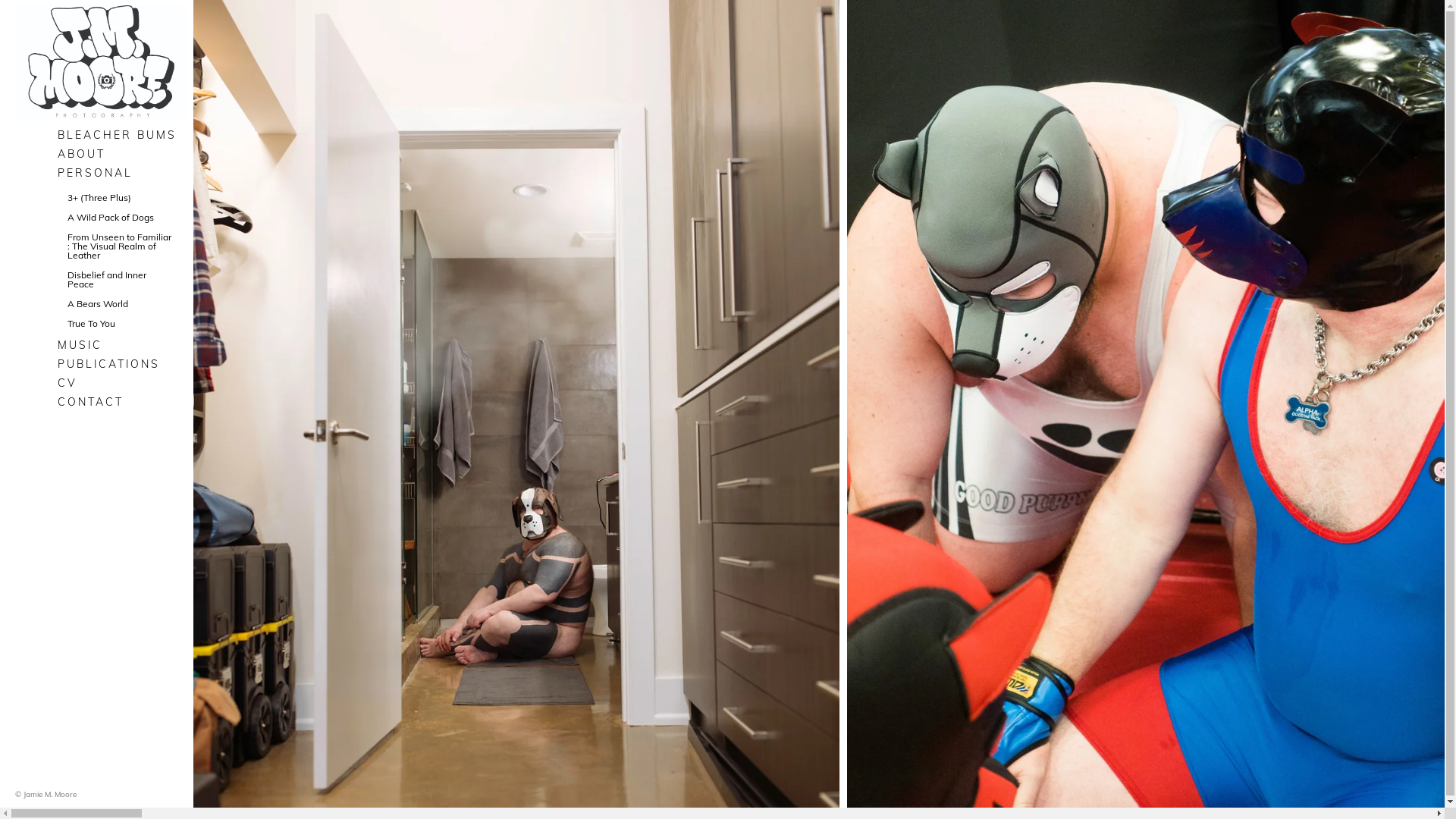 This screenshot has width=1456, height=819. Describe the element at coordinates (118, 345) in the screenshot. I see `'MUSIC'` at that location.